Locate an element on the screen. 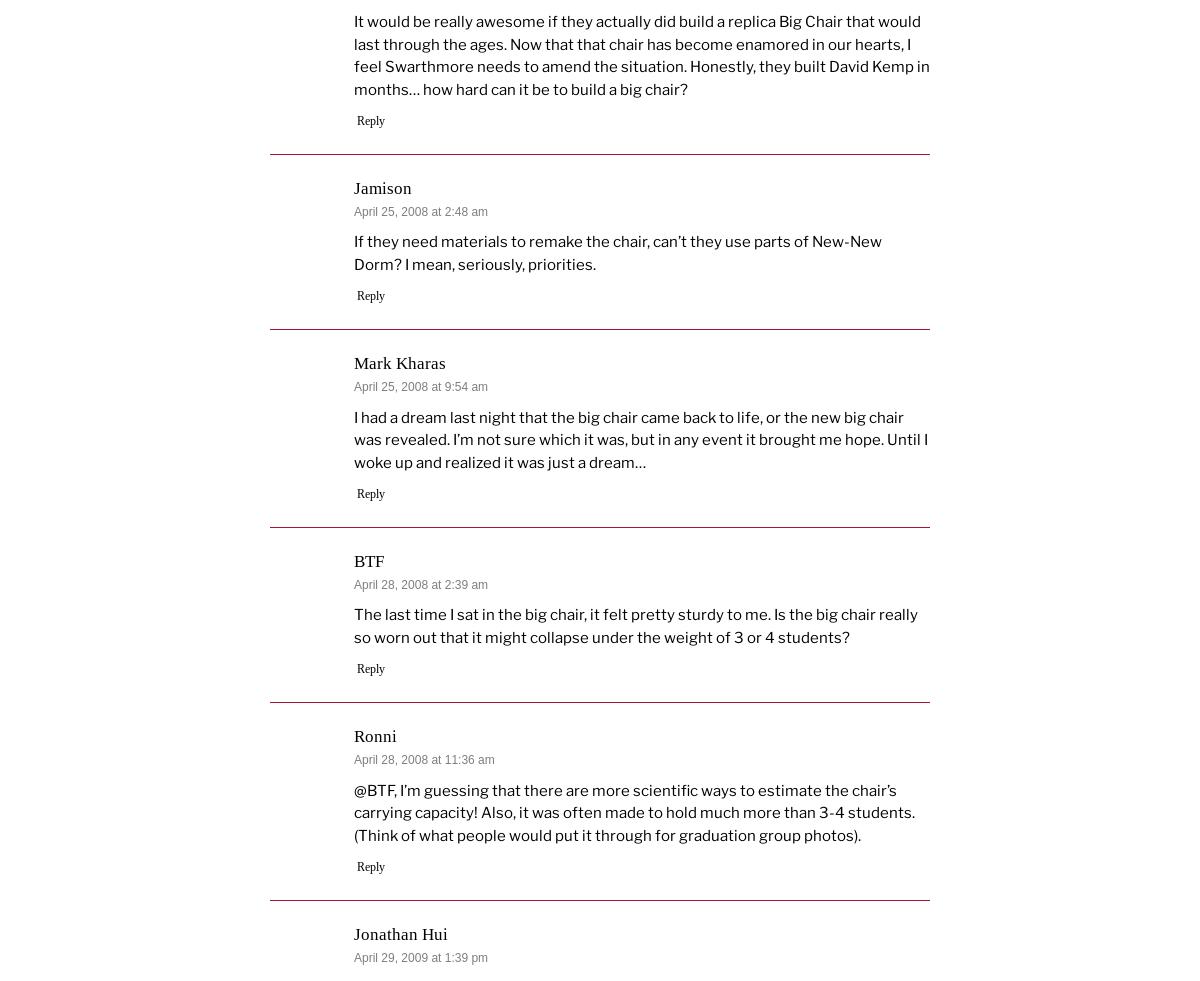  'It would be really awesome if they actually did build a replica Big Chair that would last through the ages.  Now that that chair has become enamored in our hearts, I feel Swarthmore needs to amend the situation.  Honestly, they built David Kemp in months… how hard can it be to build a big chair?' is located at coordinates (642, 54).